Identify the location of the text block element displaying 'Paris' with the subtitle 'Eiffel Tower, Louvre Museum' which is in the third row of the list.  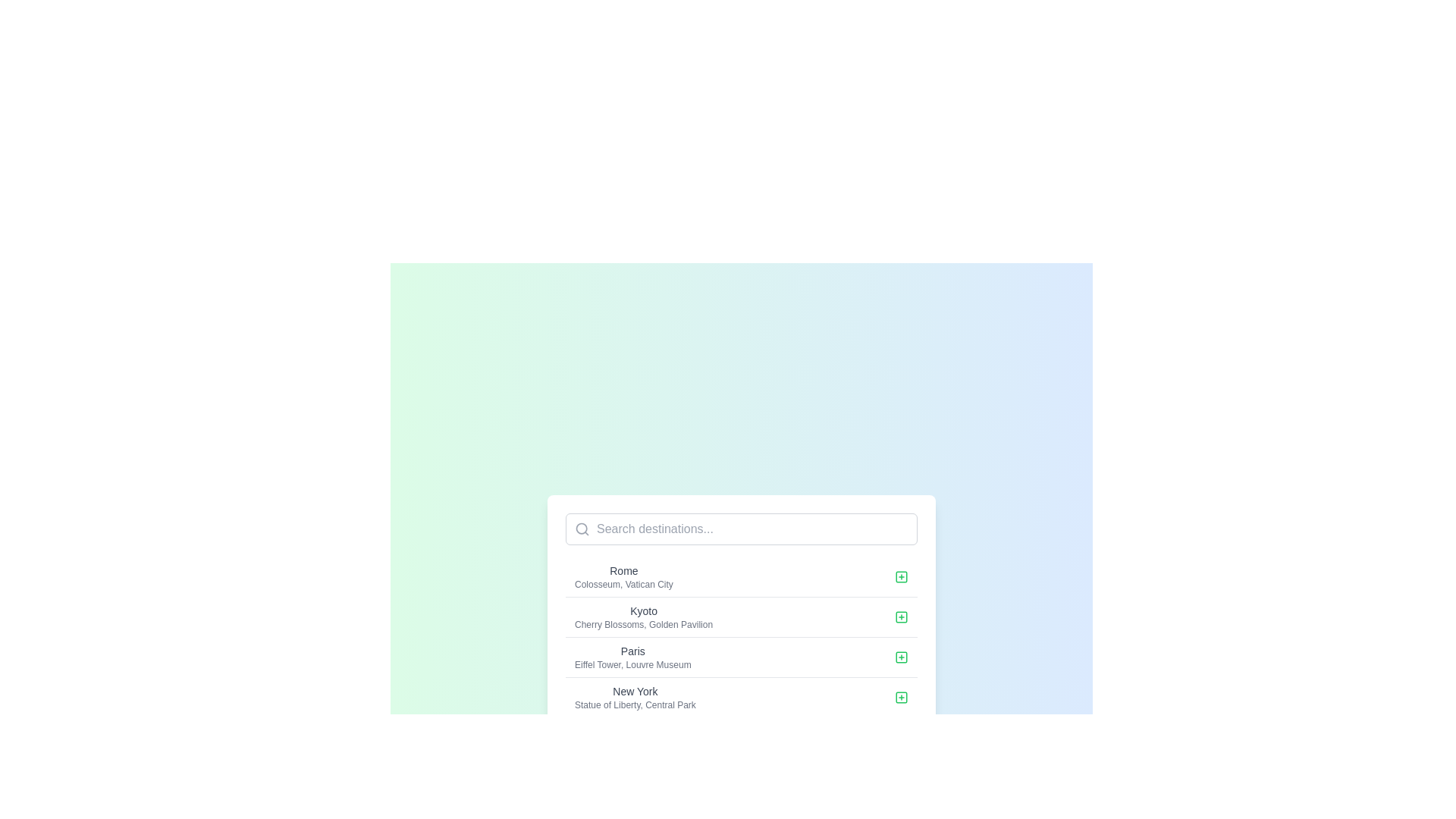
(632, 657).